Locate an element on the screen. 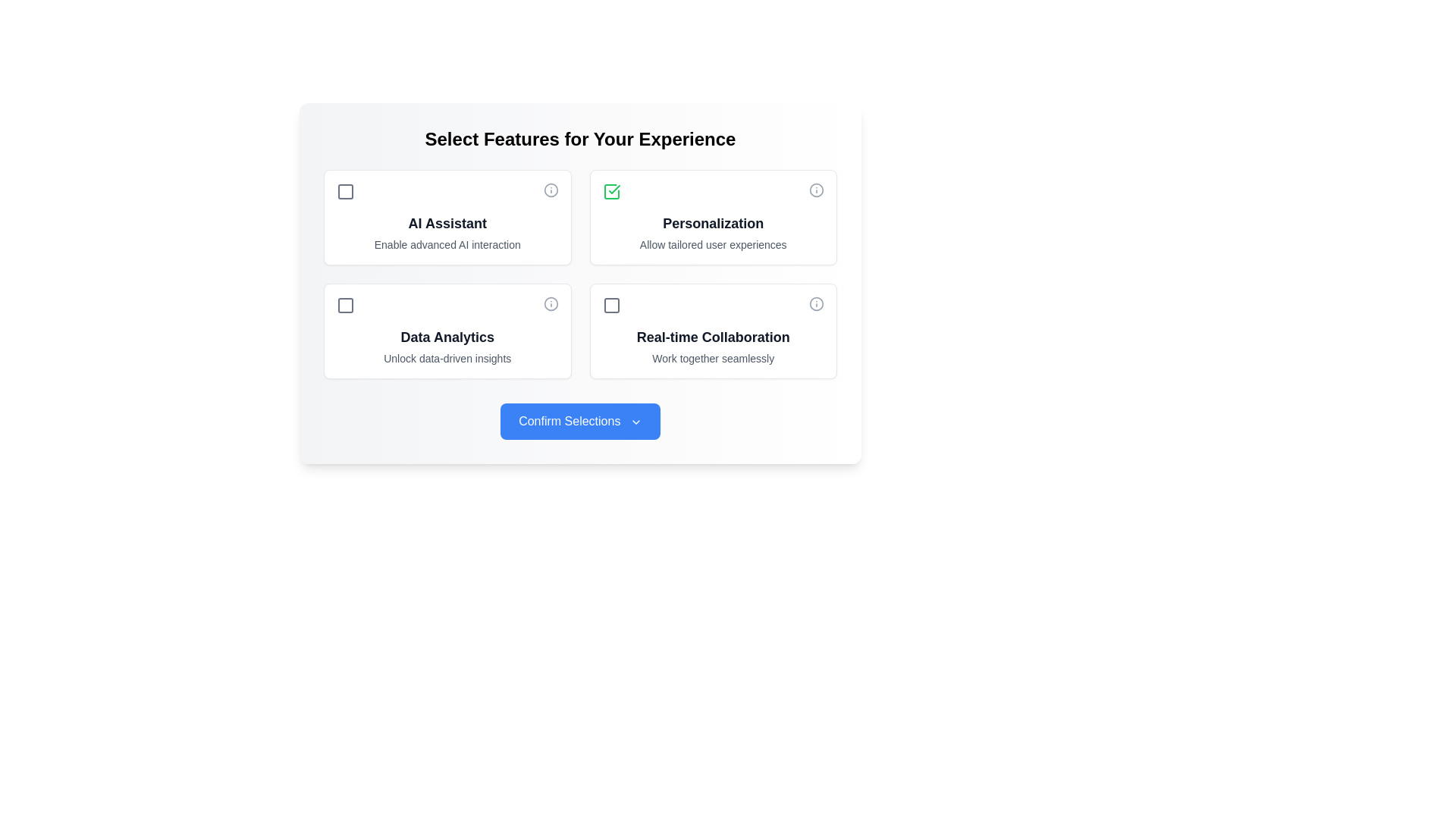 This screenshot has height=819, width=1456. the supplementary descriptive text located directly beneath the 'Data Analytics' heading in the bottom-left feature selection panel to trigger any potential tooltip is located at coordinates (447, 359).